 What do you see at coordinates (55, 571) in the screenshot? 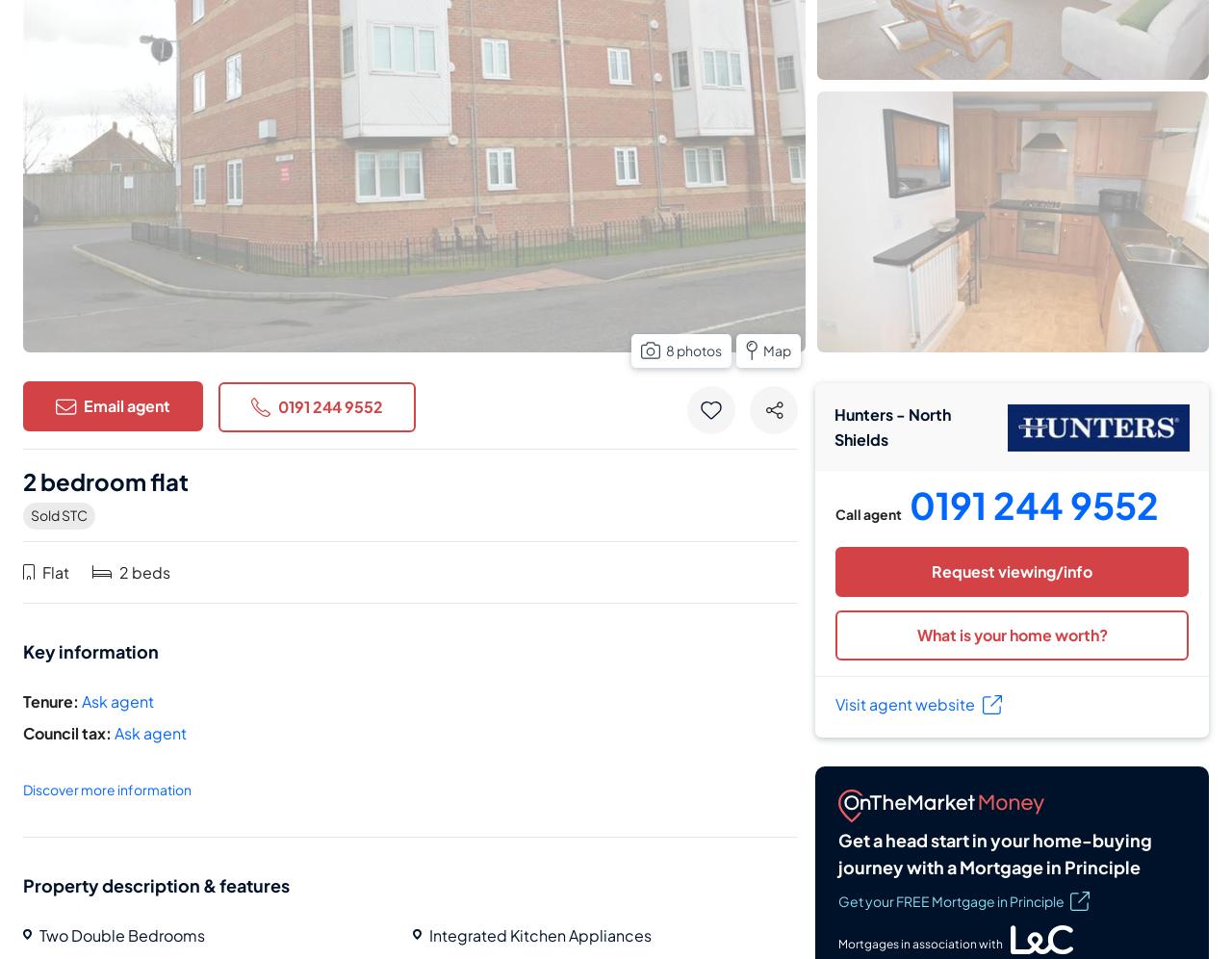
I see `'Flat'` at bounding box center [55, 571].